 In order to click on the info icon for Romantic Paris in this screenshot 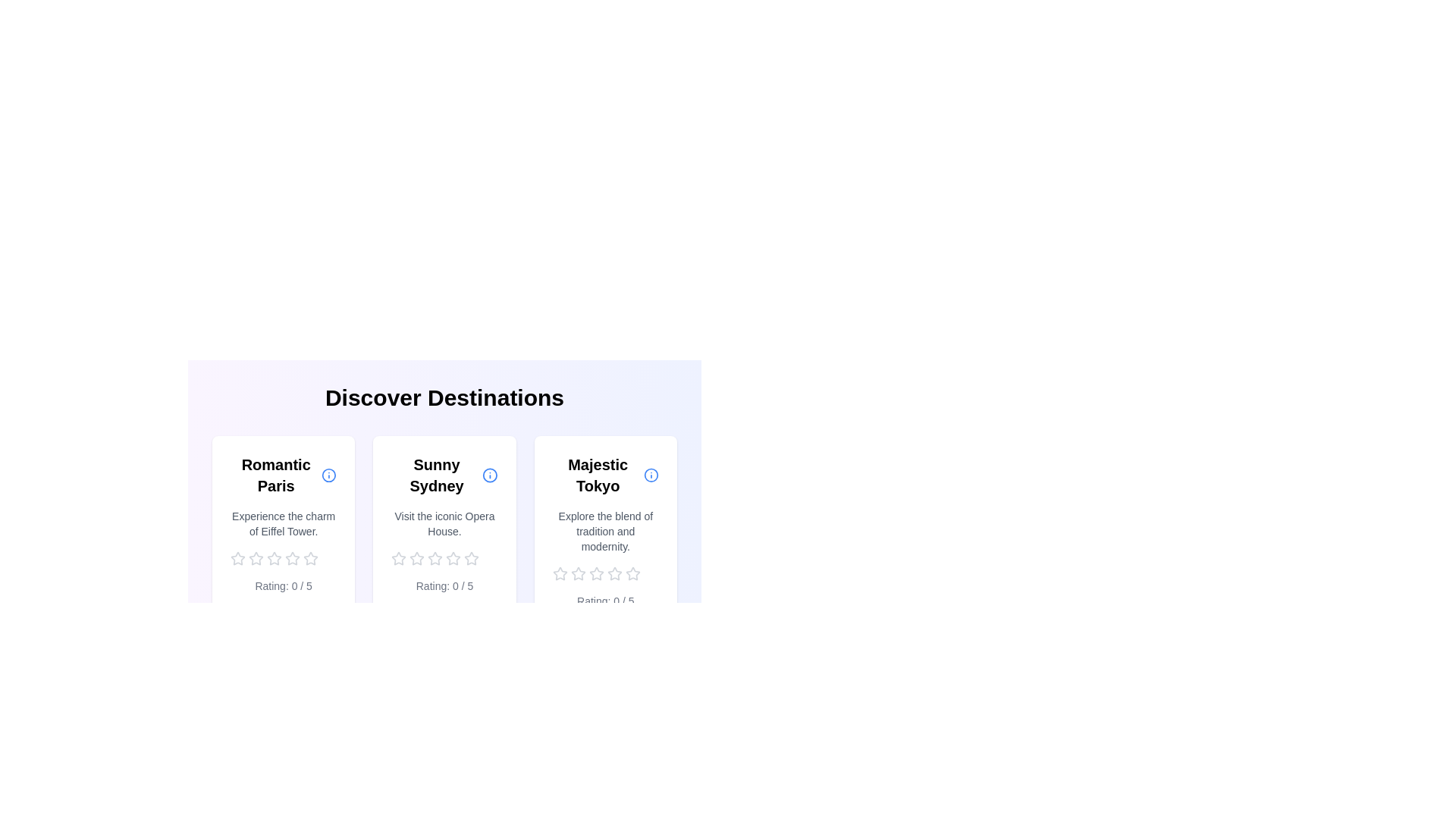, I will do `click(328, 475)`.